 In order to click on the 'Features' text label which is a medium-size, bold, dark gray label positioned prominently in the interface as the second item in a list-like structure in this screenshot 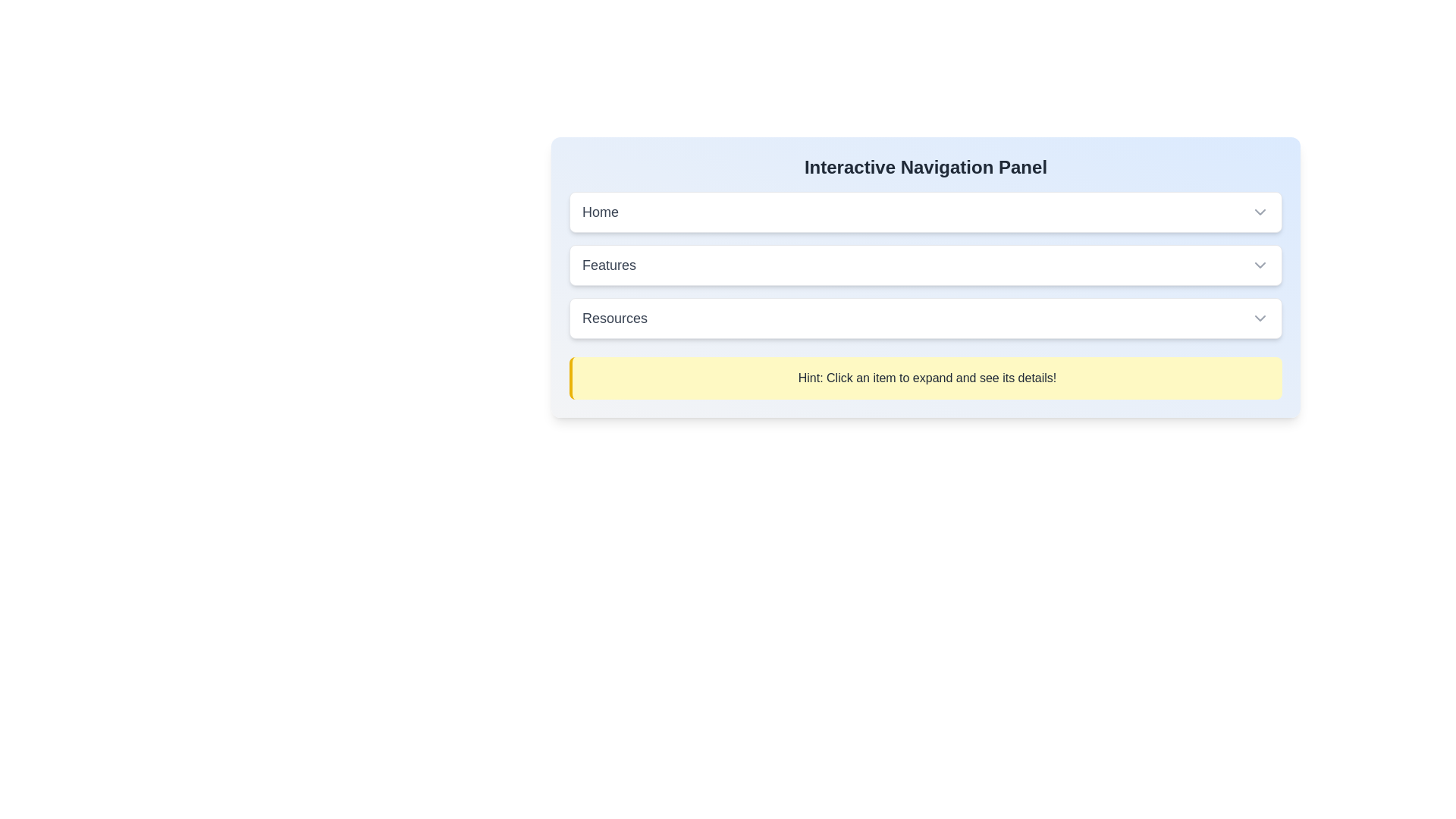, I will do `click(609, 265)`.